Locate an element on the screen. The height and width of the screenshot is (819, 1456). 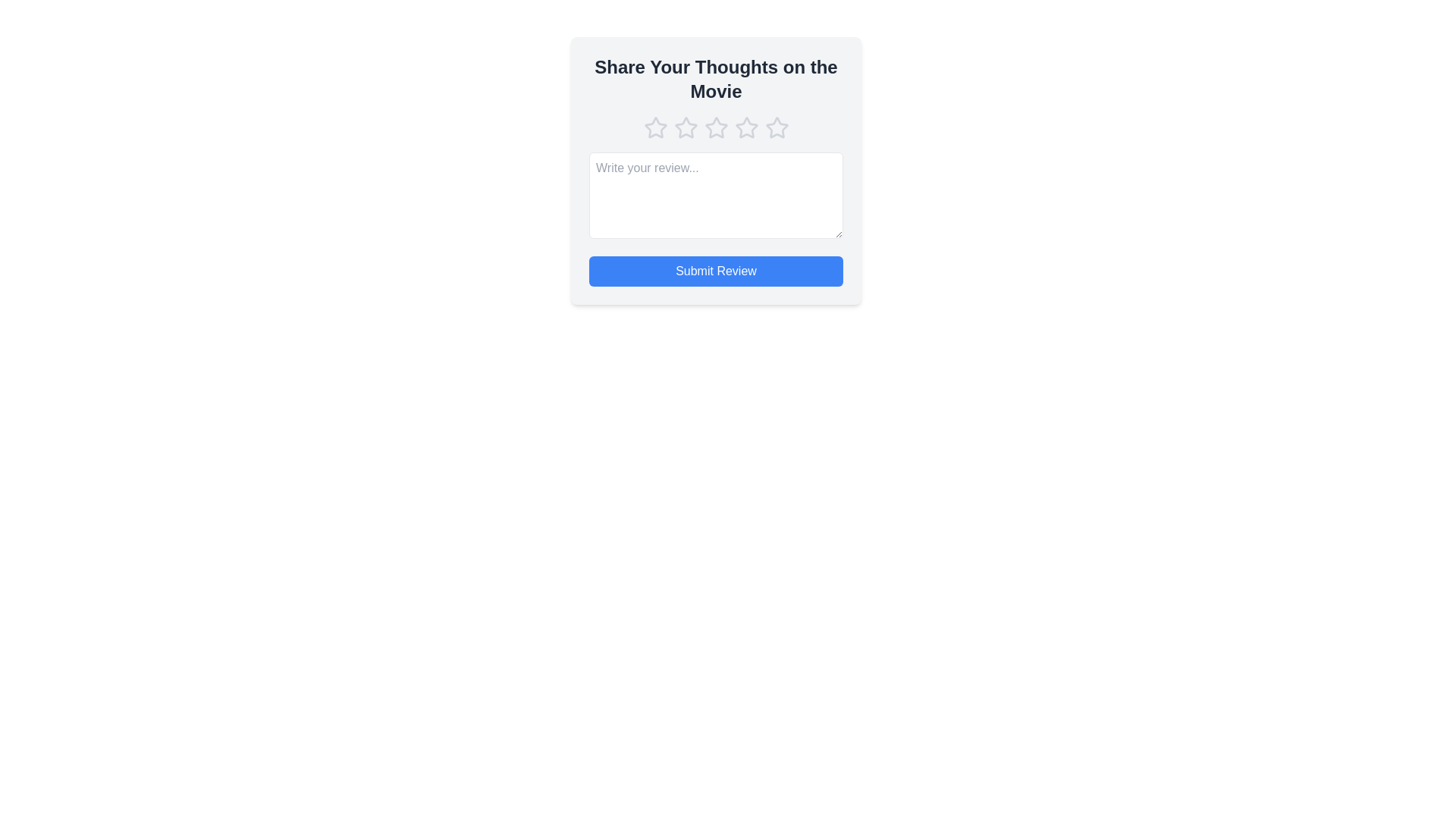
the second star icon in the rating interface is located at coordinates (685, 127).